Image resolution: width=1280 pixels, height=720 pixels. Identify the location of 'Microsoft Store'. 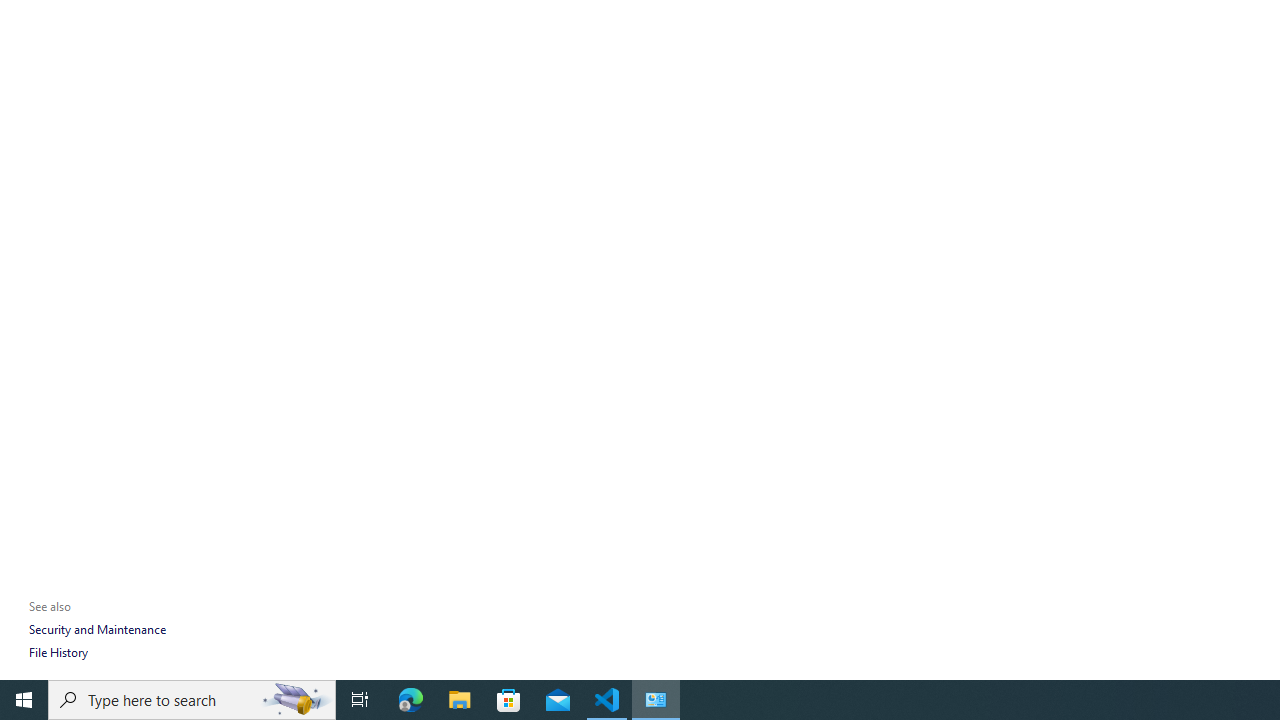
(509, 698).